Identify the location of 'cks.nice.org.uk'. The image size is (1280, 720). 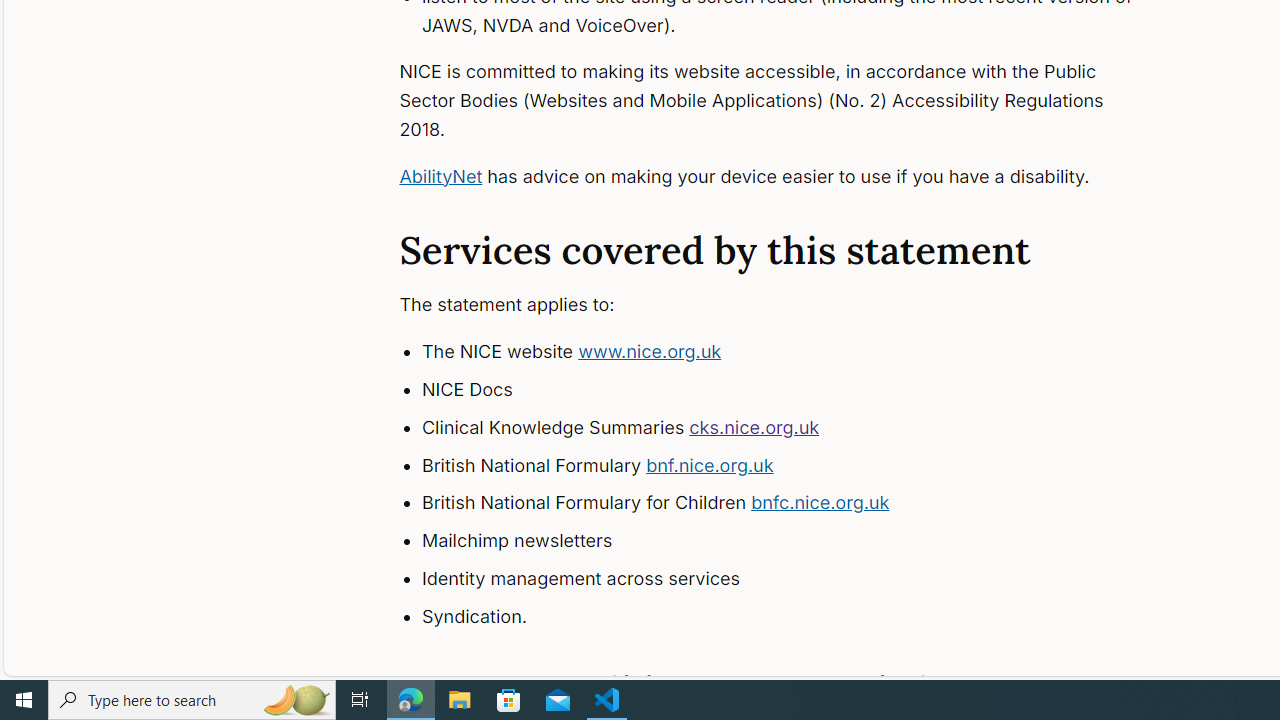
(753, 425).